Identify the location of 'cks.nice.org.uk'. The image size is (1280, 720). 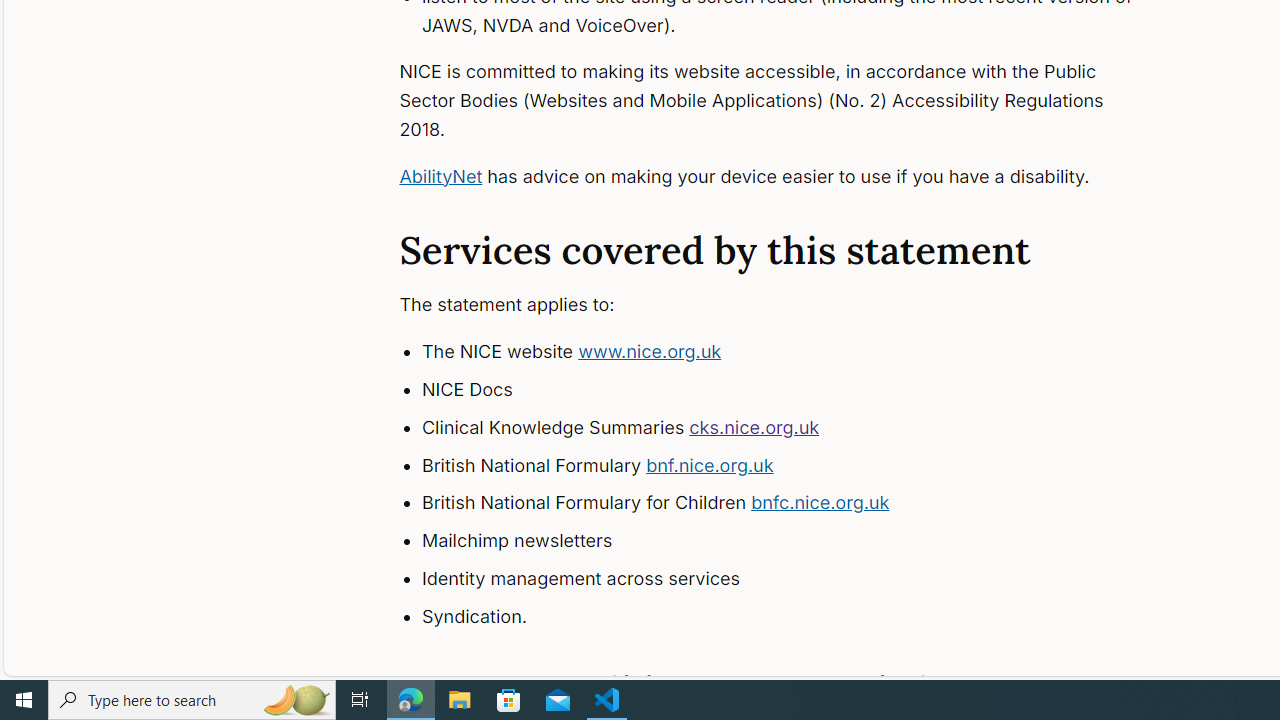
(753, 425).